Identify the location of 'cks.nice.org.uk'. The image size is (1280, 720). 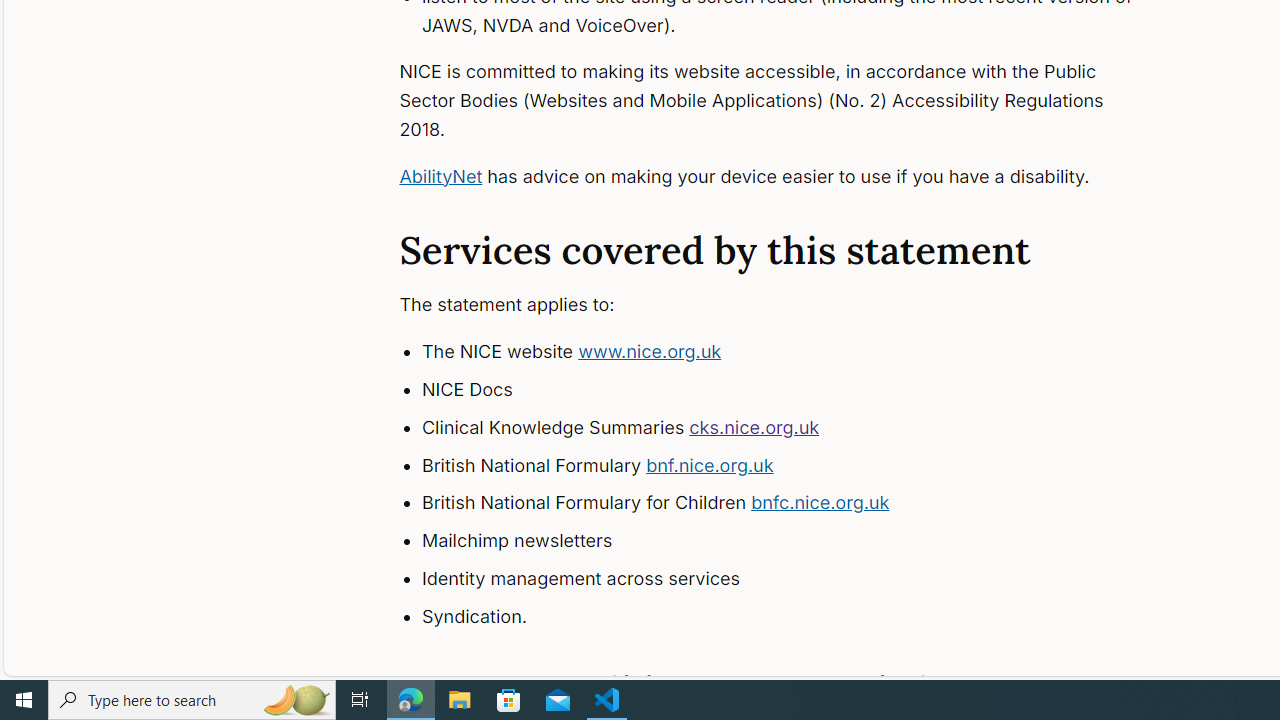
(753, 425).